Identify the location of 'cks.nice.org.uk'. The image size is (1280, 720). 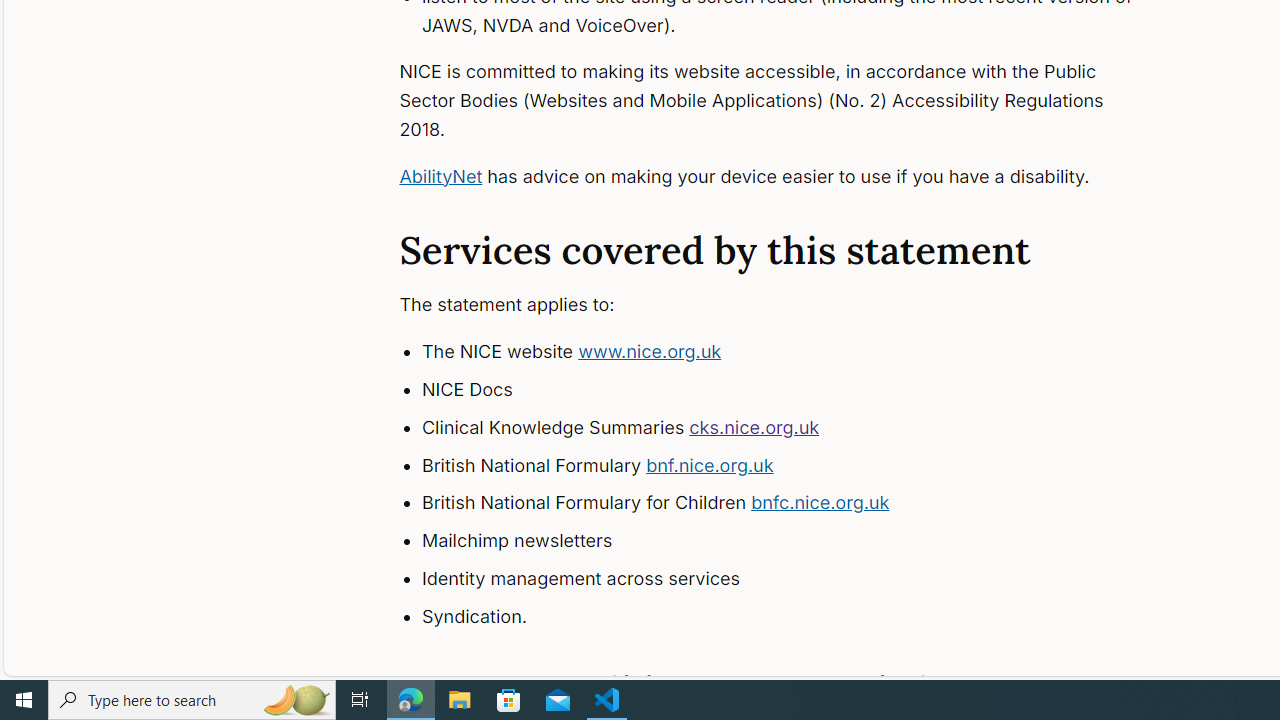
(753, 425).